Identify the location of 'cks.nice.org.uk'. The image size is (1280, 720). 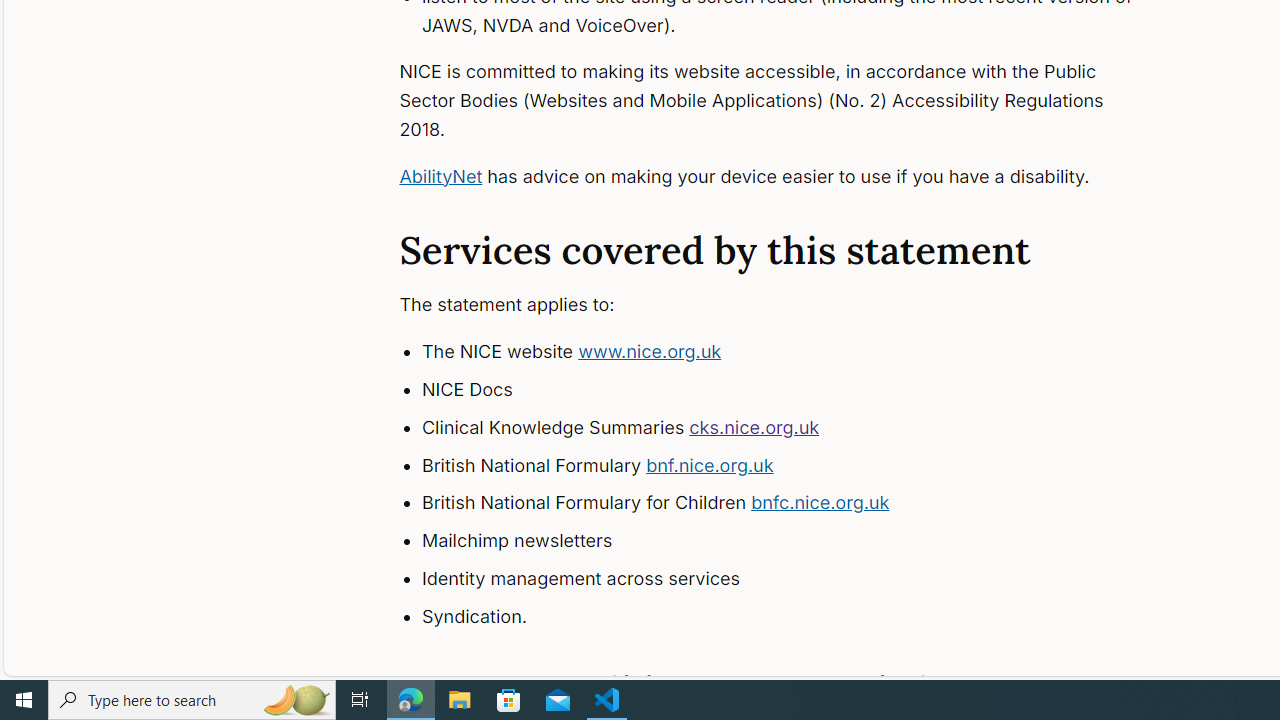
(753, 425).